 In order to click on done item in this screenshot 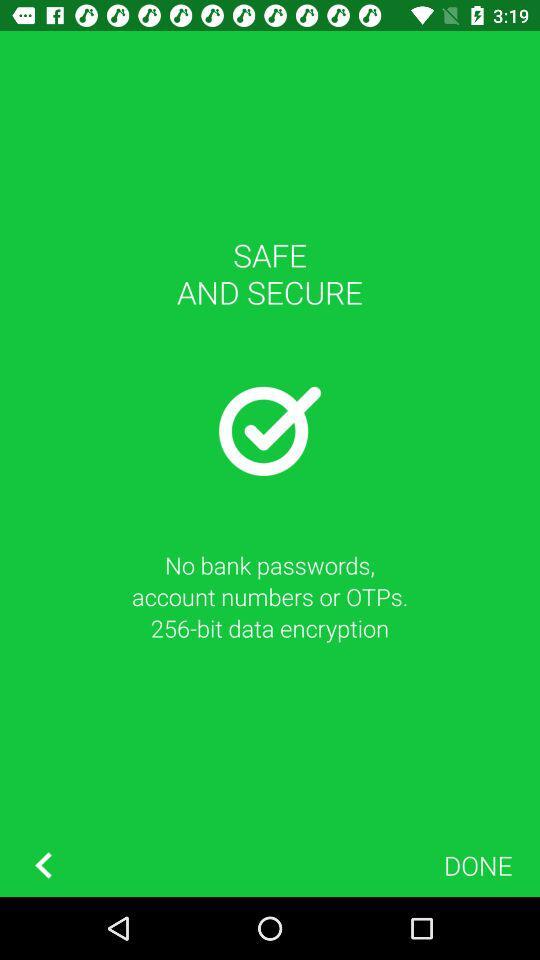, I will do `click(477, 864)`.